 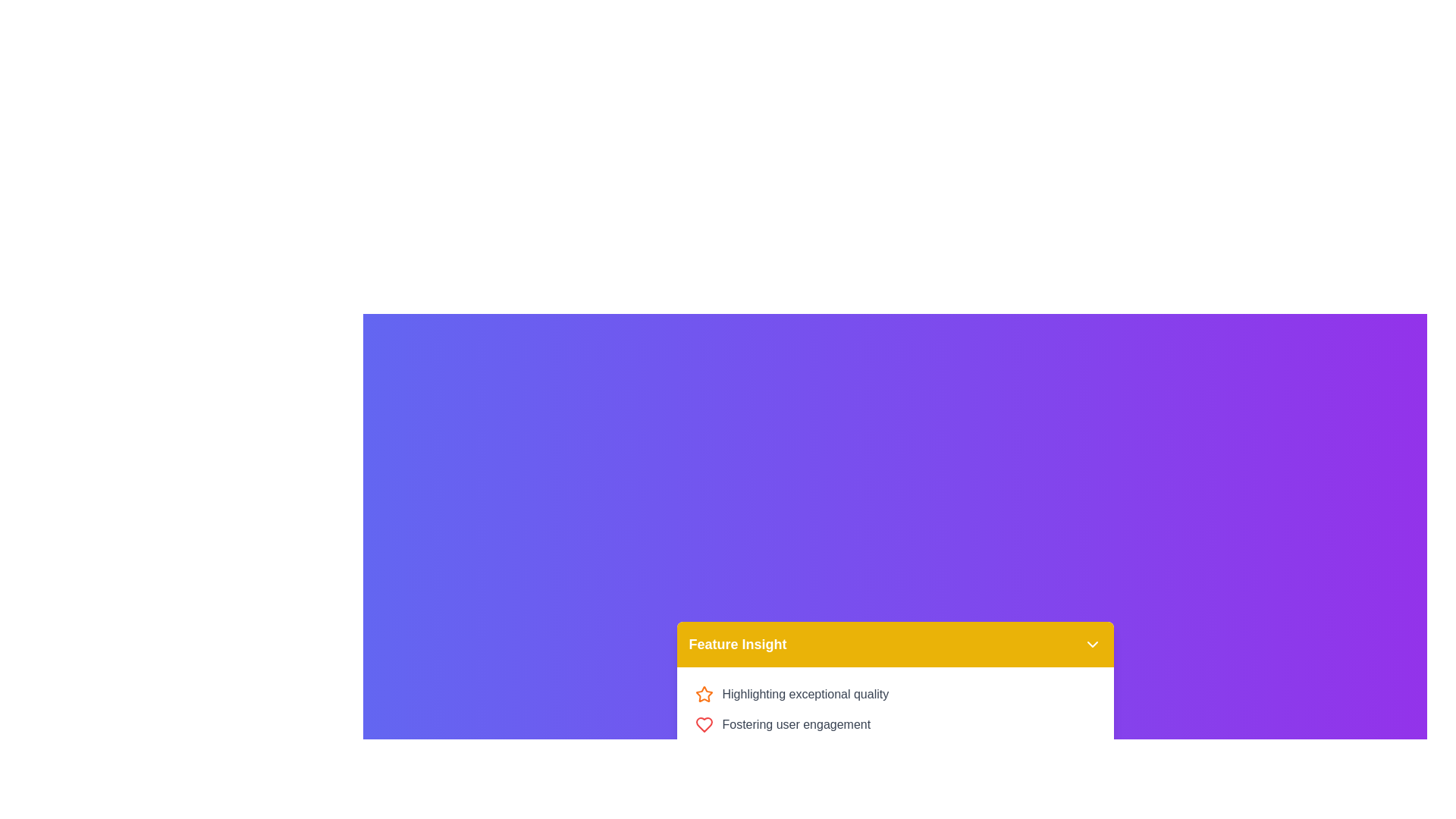 I want to click on the heart-shaped icon that represents liking or favoriting, positioned before the text 'Fostering user engagement' in the bottom section of the interface near the 'Feature Insight' label, so click(x=703, y=724).